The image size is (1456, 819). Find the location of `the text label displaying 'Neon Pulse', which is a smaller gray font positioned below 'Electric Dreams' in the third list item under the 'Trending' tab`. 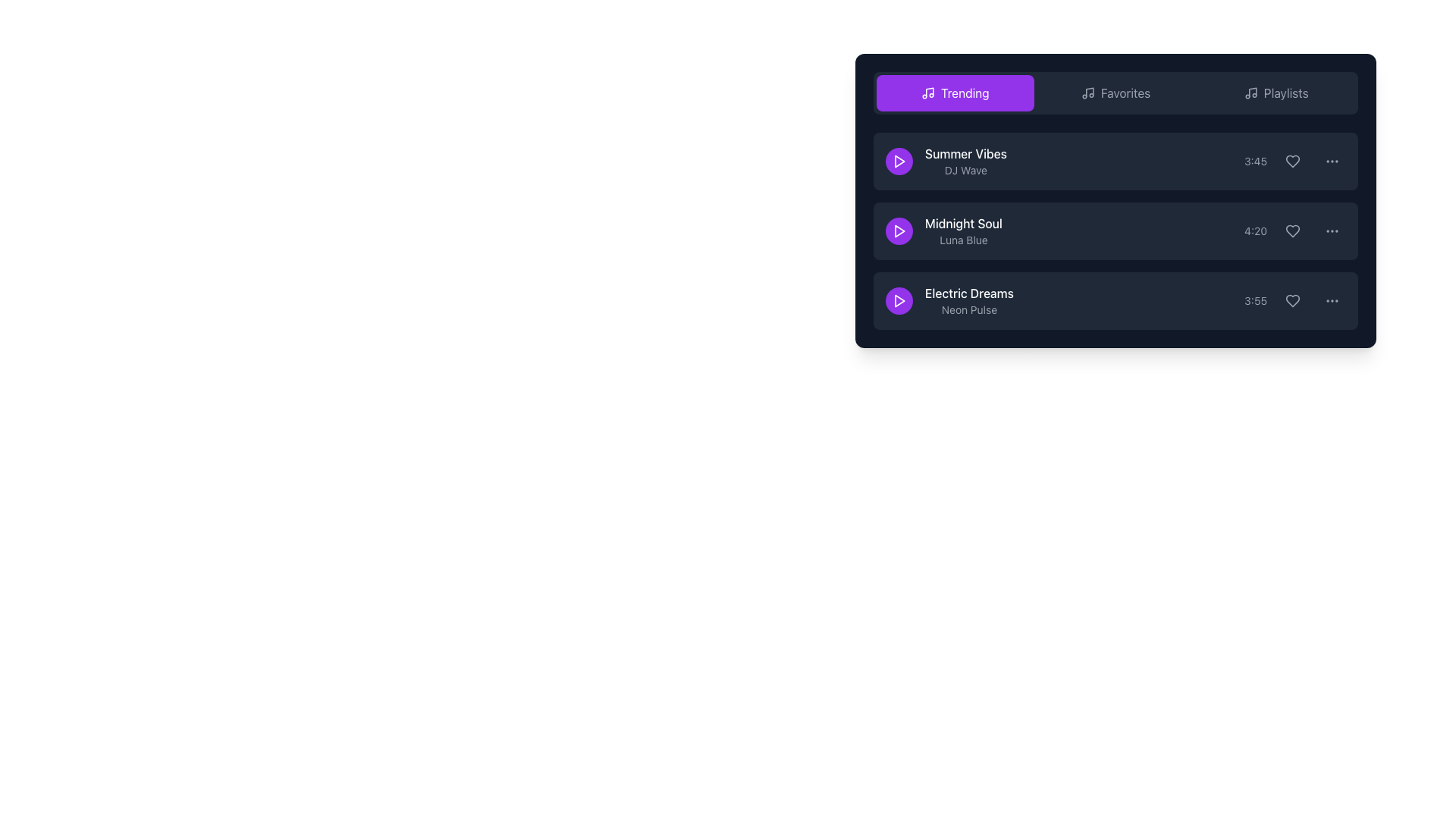

the text label displaying 'Neon Pulse', which is a smaller gray font positioned below 'Electric Dreams' in the third list item under the 'Trending' tab is located at coordinates (968, 309).